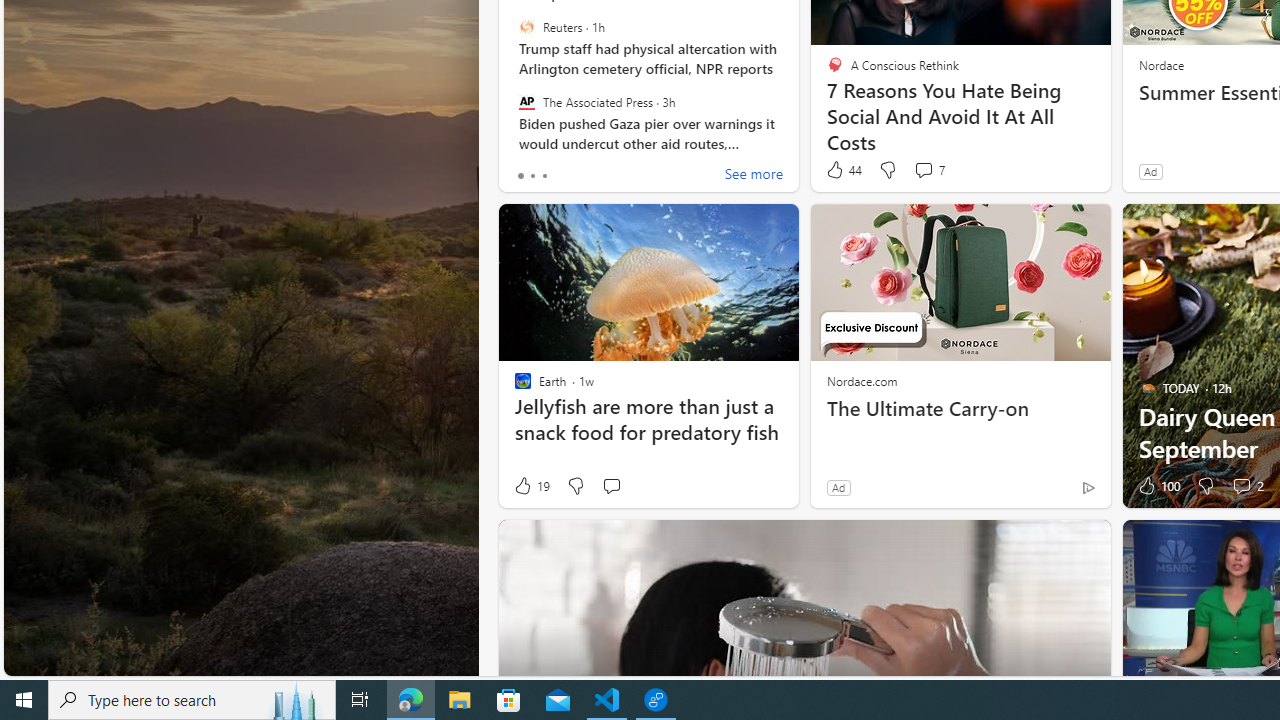 This screenshot has width=1280, height=720. What do you see at coordinates (526, 101) in the screenshot?
I see `'The Associated Press'` at bounding box center [526, 101].